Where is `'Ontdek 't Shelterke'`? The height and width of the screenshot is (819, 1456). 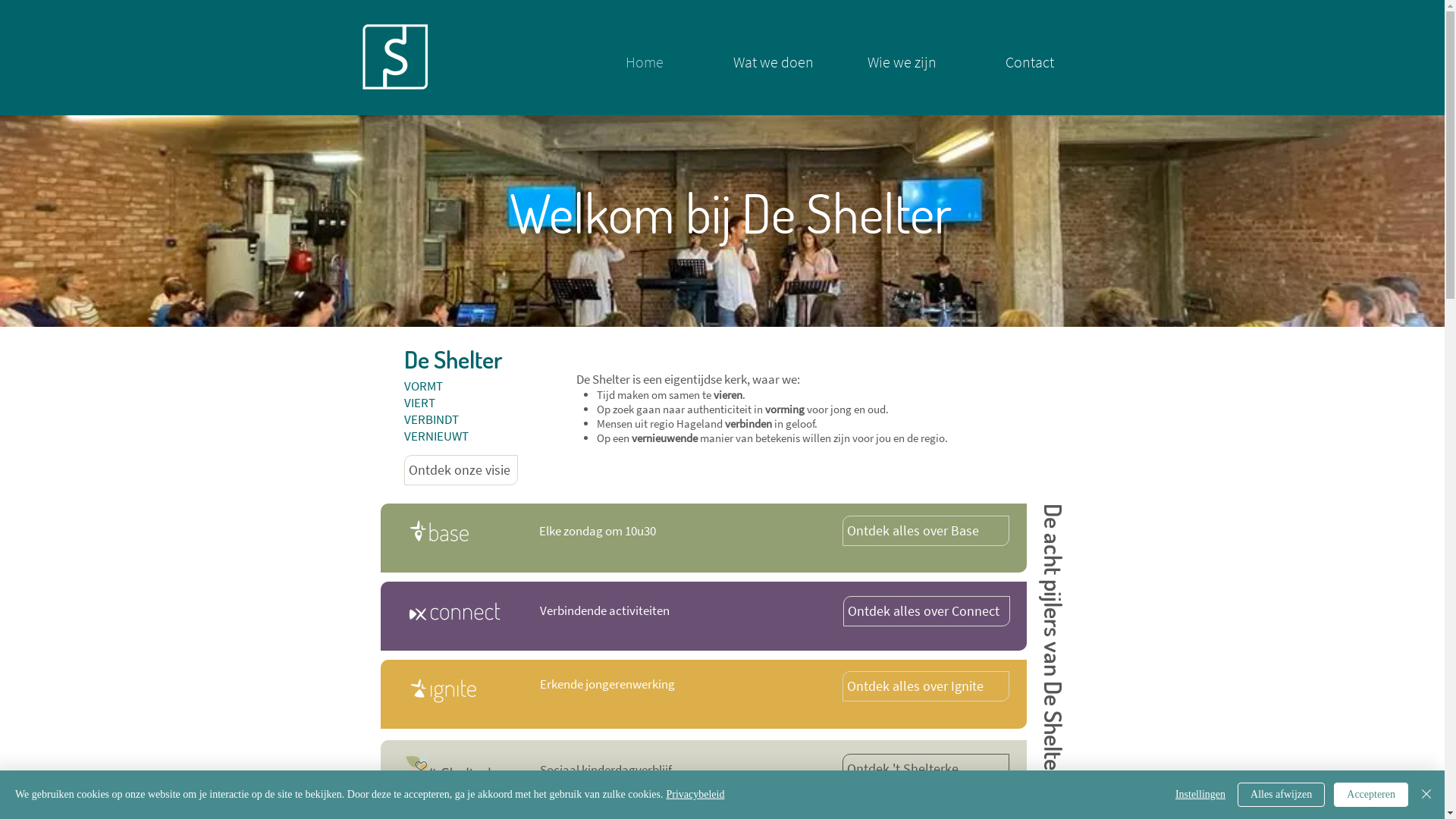 'Ontdek 't Shelterke' is located at coordinates (924, 769).